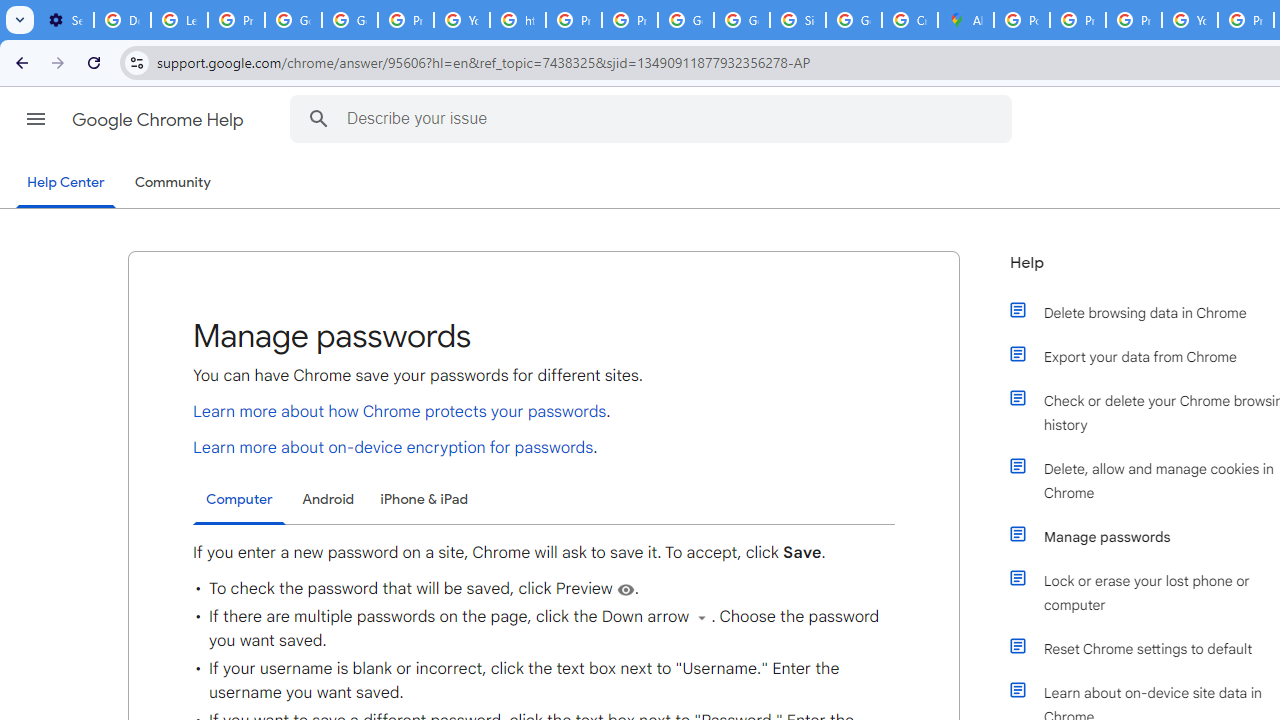 The image size is (1280, 720). I want to click on 'Describe your issue', so click(654, 118).